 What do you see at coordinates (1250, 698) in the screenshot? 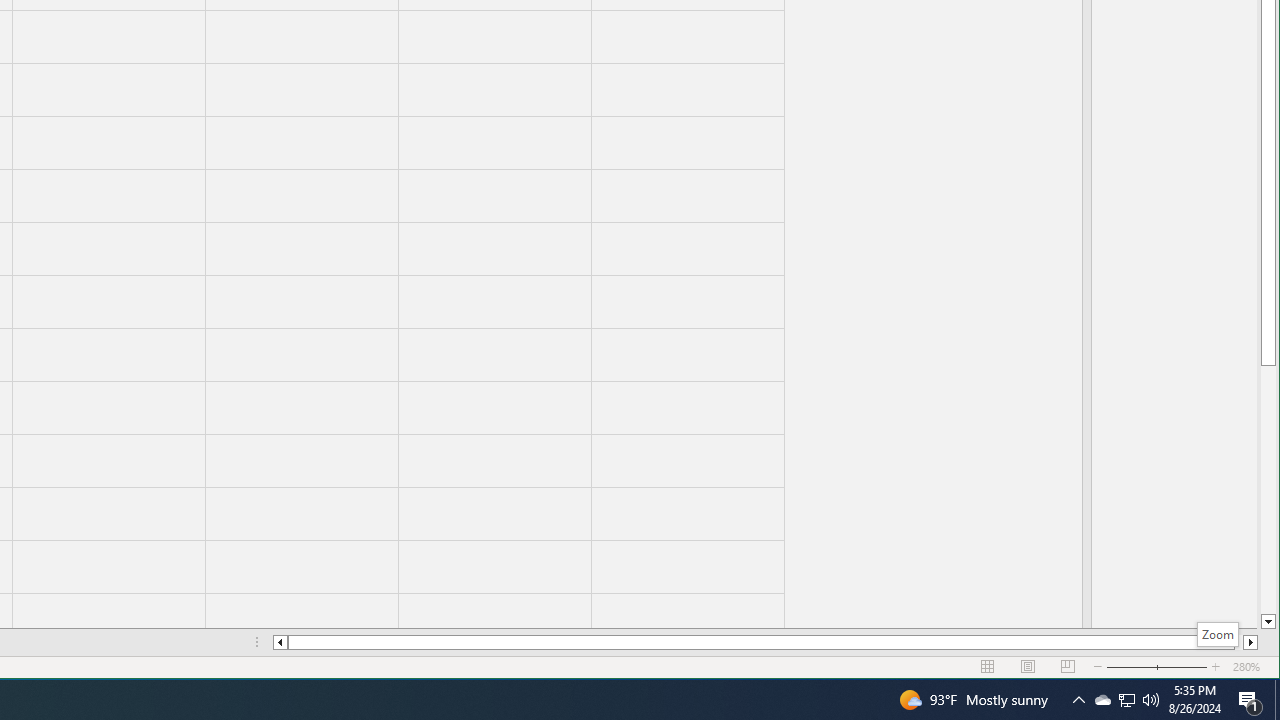
I see `'Action Center, 1 new notification'` at bounding box center [1250, 698].